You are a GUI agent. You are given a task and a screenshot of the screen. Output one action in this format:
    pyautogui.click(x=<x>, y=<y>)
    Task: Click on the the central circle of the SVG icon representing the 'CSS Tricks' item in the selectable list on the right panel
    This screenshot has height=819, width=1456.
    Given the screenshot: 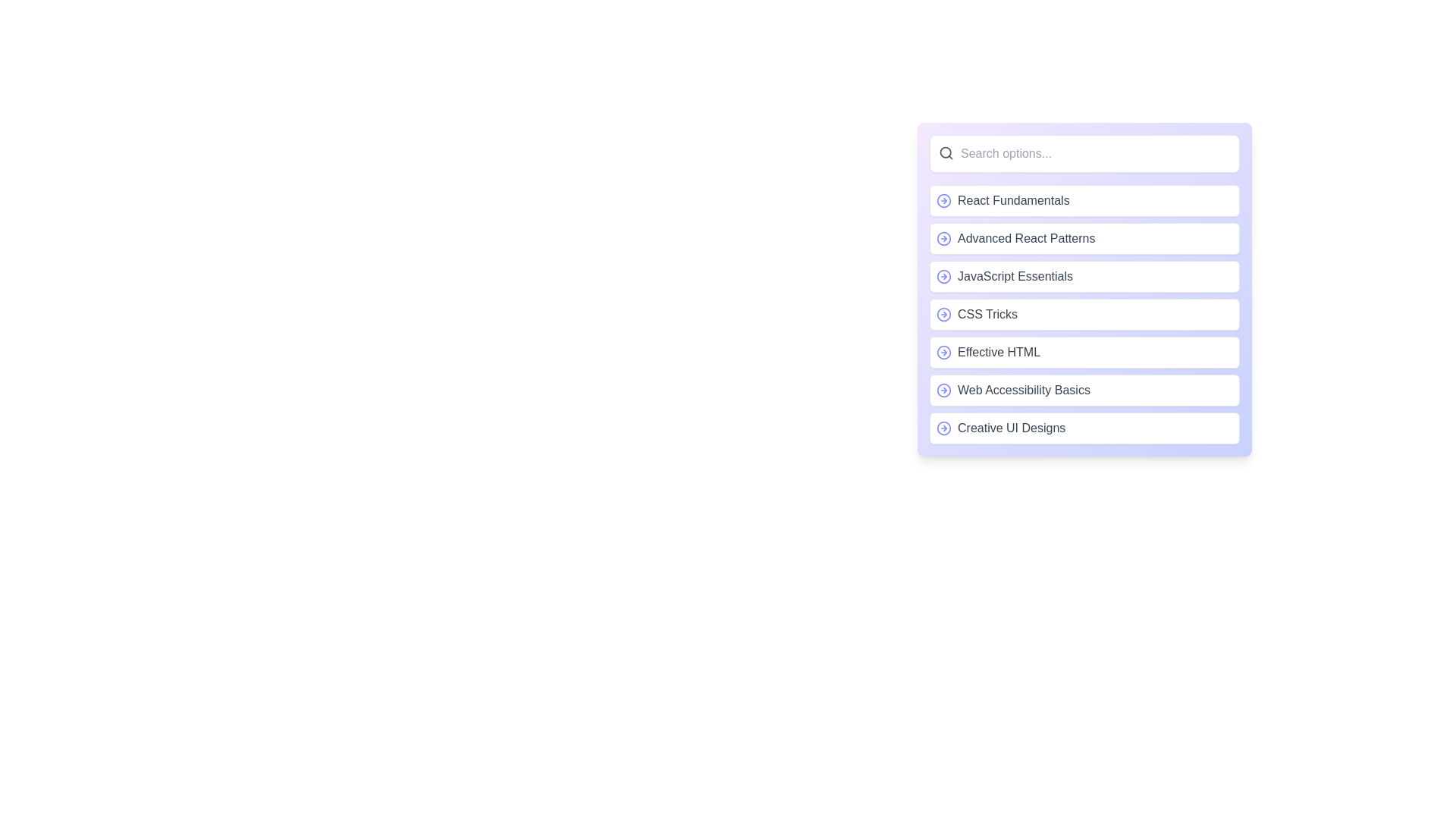 What is the action you would take?
    pyautogui.click(x=943, y=314)
    